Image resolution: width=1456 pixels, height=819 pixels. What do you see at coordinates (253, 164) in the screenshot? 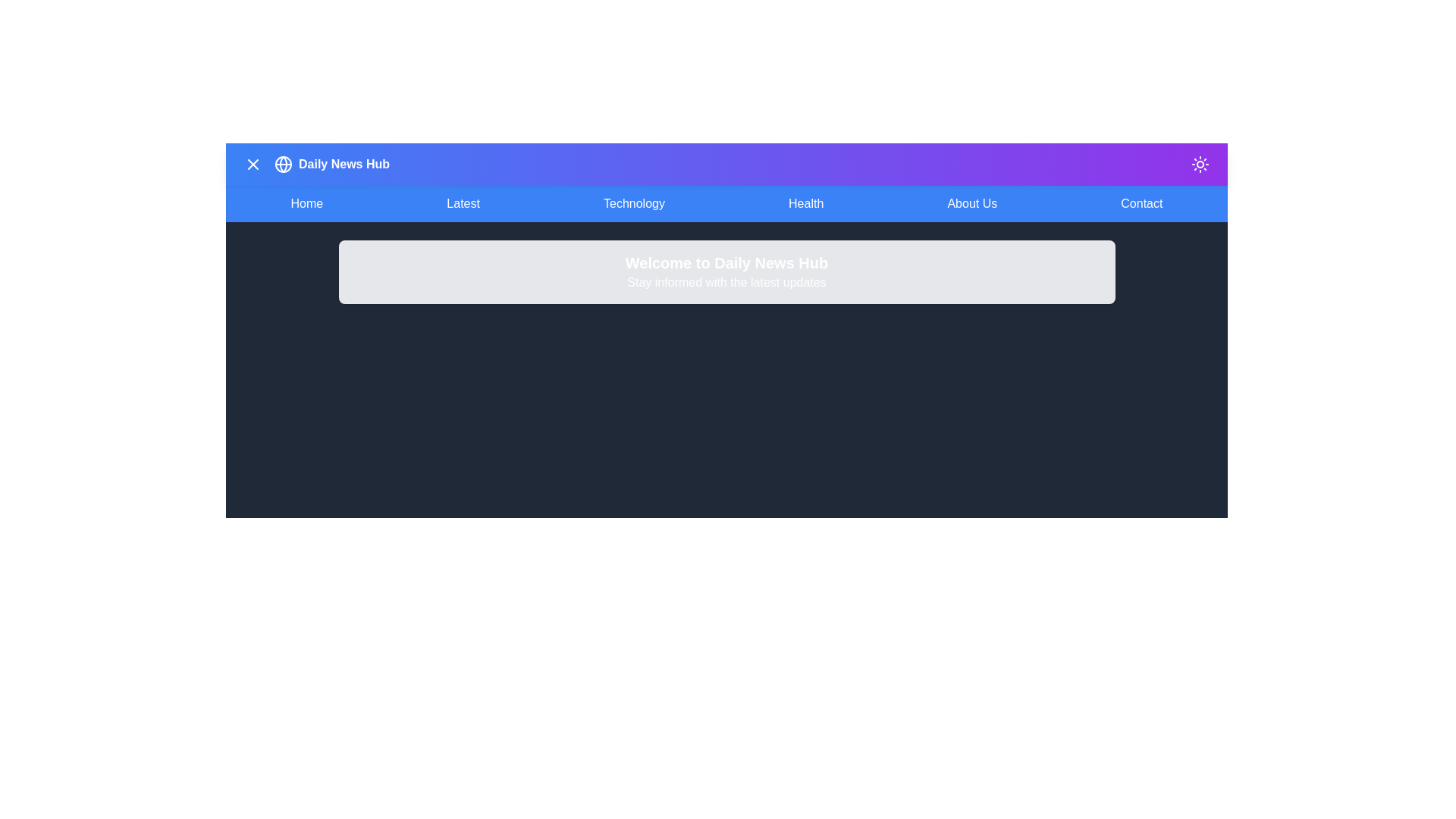
I see `toggle button on the top-left corner of the app bar to toggle the menu visibility` at bounding box center [253, 164].